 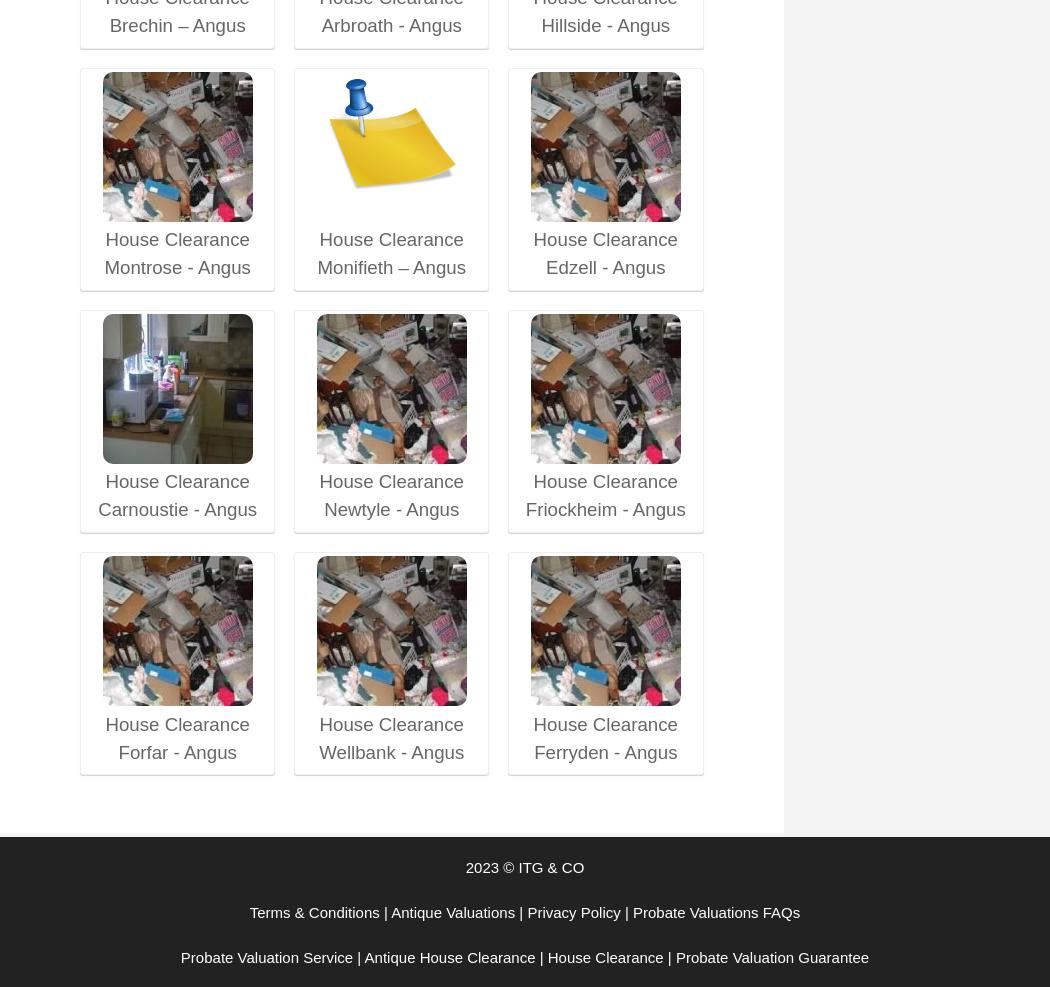 I want to click on 'House Clearance Monifieth – Angus', so click(x=391, y=253).